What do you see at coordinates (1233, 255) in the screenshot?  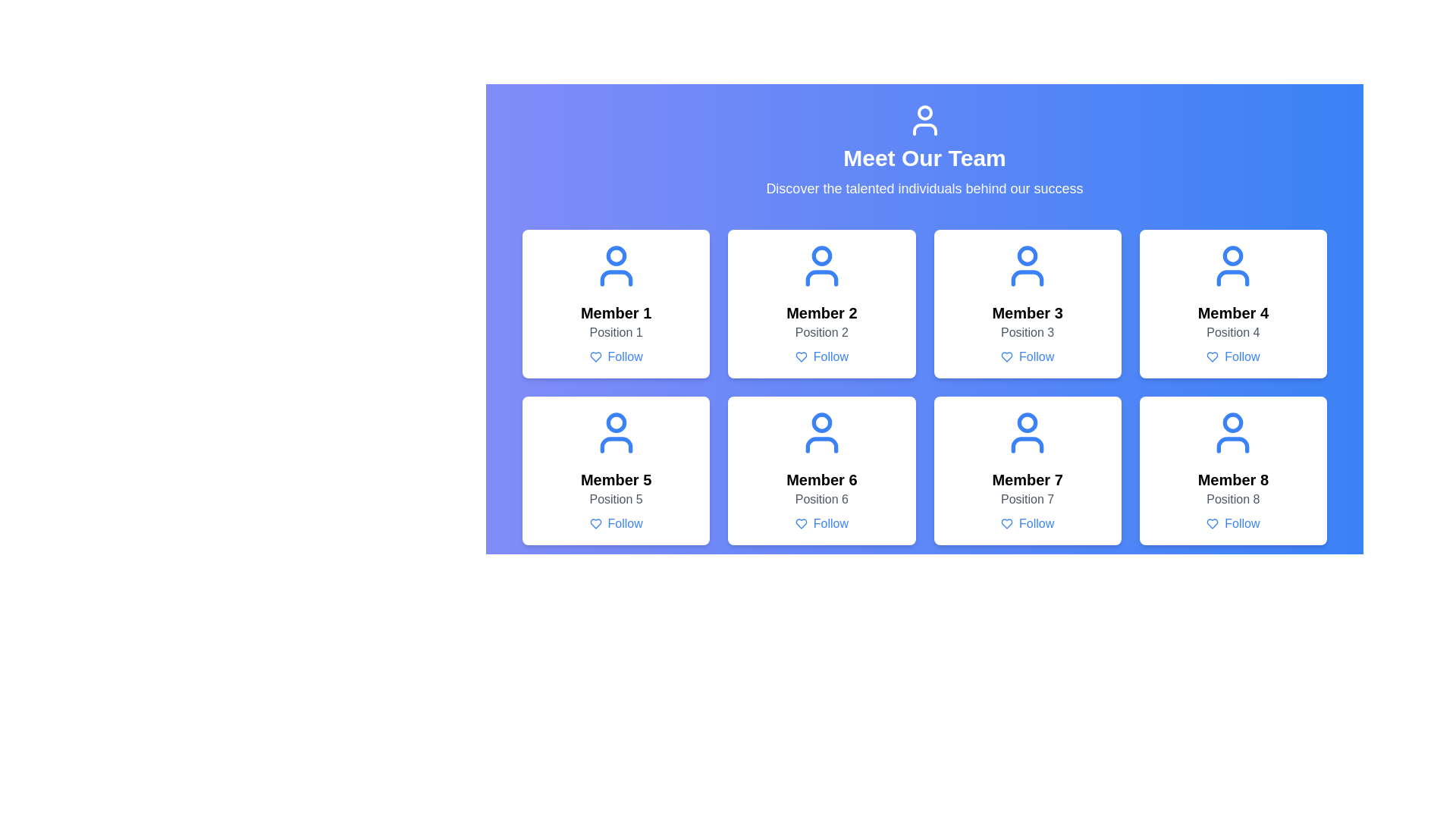 I see `the avatar icon representing 'Member 4' located in the second row, fourth column of the grid layout` at bounding box center [1233, 255].